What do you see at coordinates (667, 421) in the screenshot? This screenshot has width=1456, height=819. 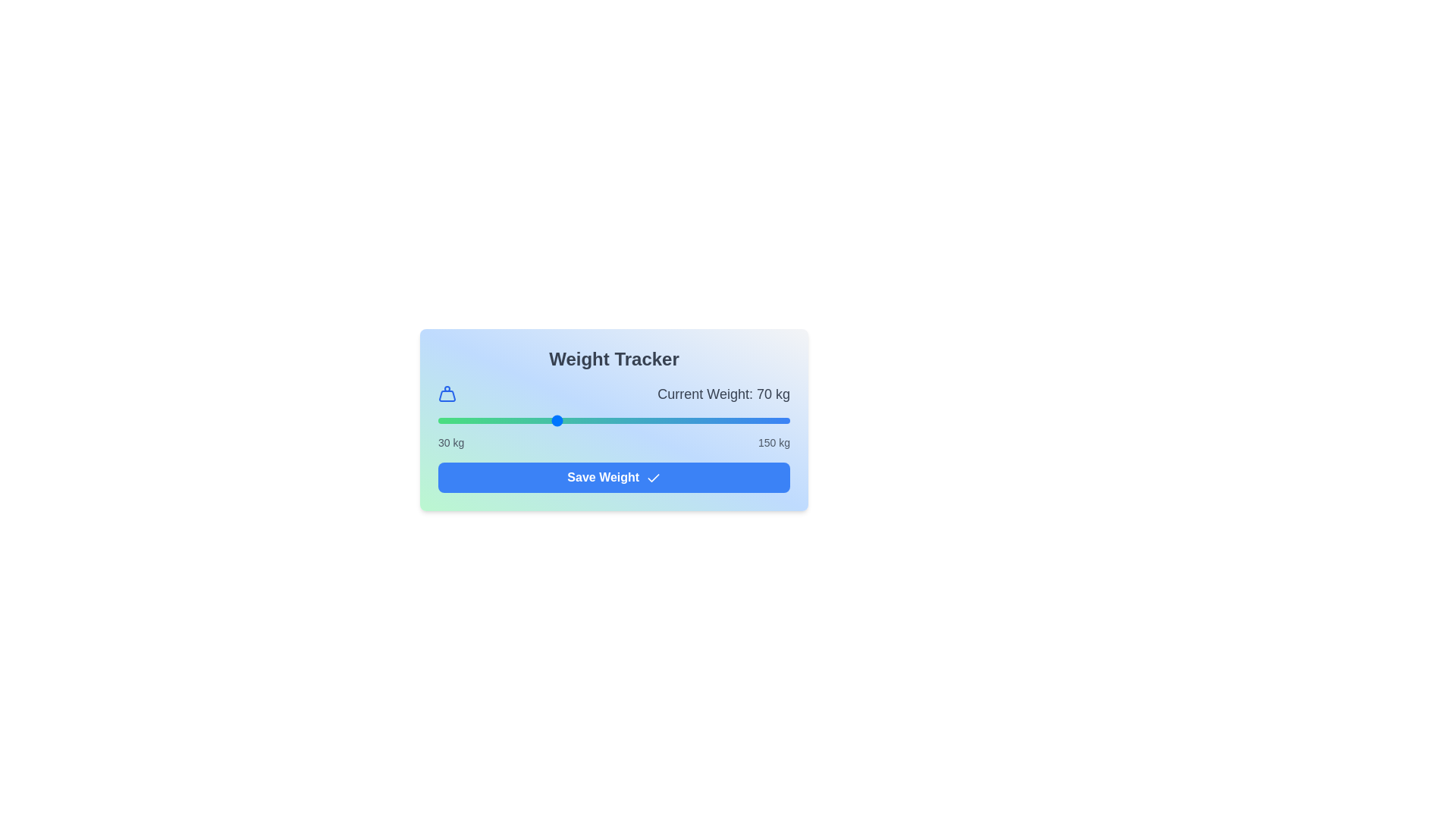 I see `the weight slider to 108 kg` at bounding box center [667, 421].